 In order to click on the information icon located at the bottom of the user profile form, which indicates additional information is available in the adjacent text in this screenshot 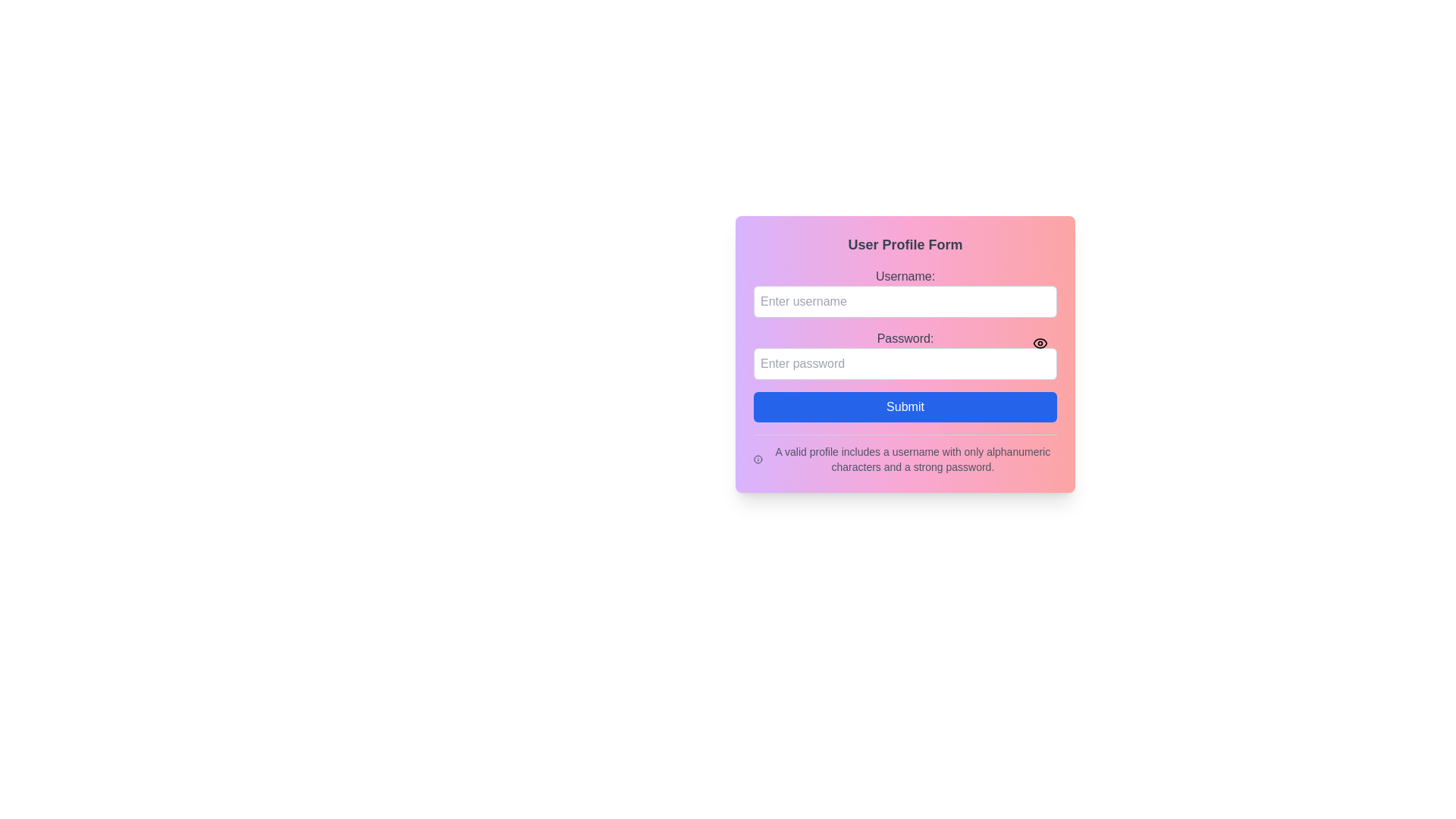, I will do `click(758, 458)`.